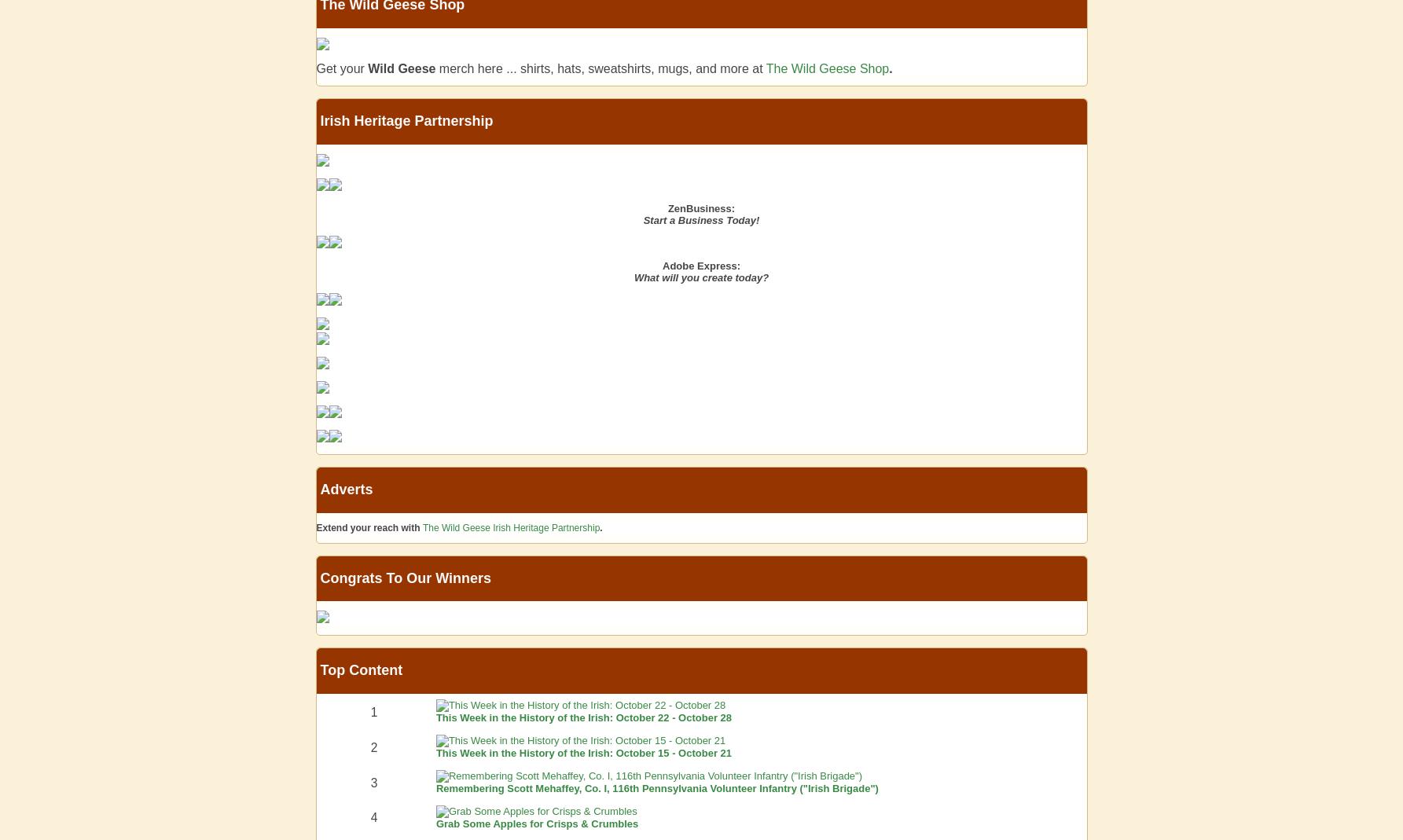  Describe the element at coordinates (360, 669) in the screenshot. I see `'Top Content'` at that location.